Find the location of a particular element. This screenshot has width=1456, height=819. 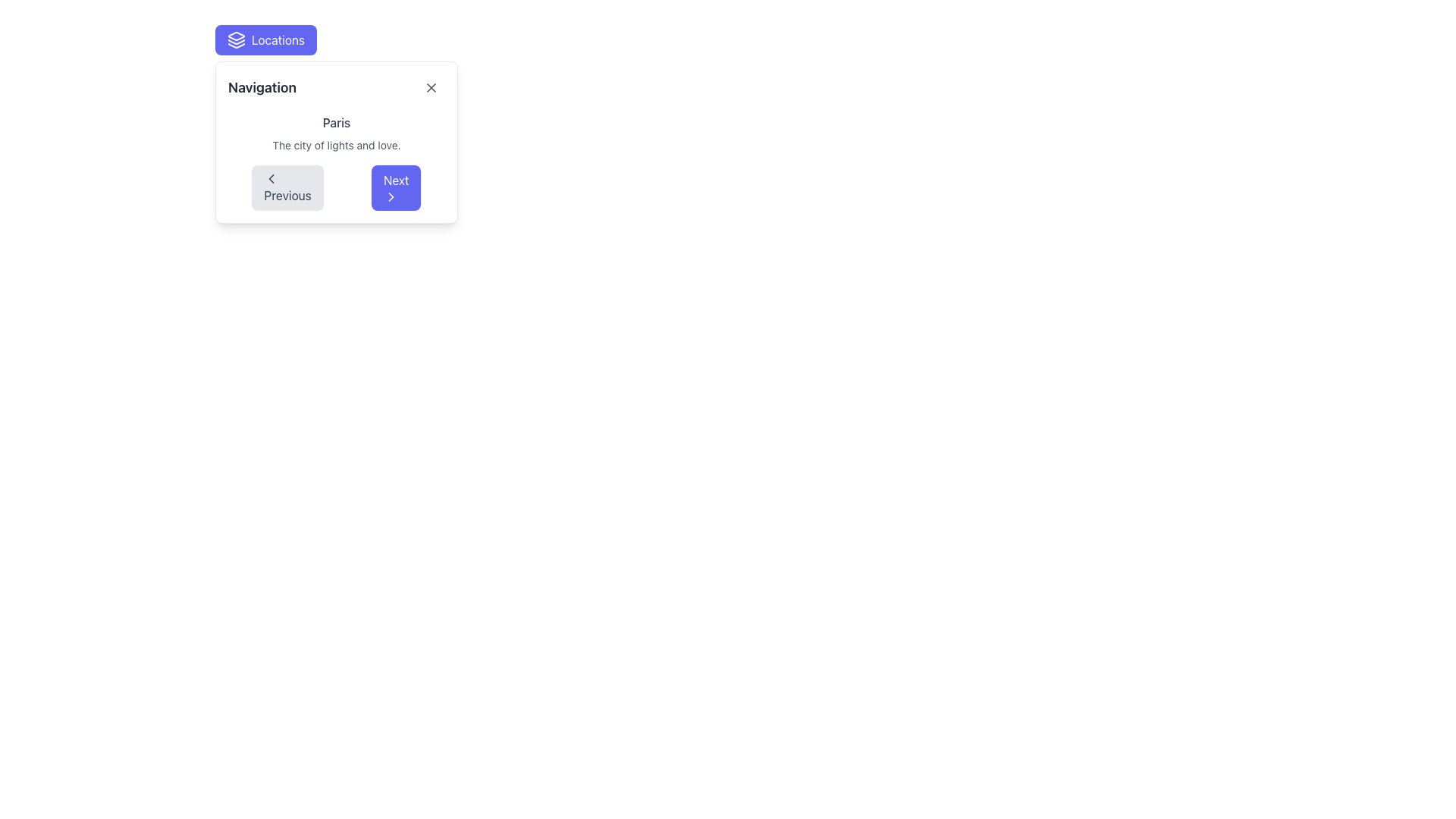

the button with a closed 'X' symbol located in the top-right corner of the 'Navigation' card is located at coordinates (430, 87).